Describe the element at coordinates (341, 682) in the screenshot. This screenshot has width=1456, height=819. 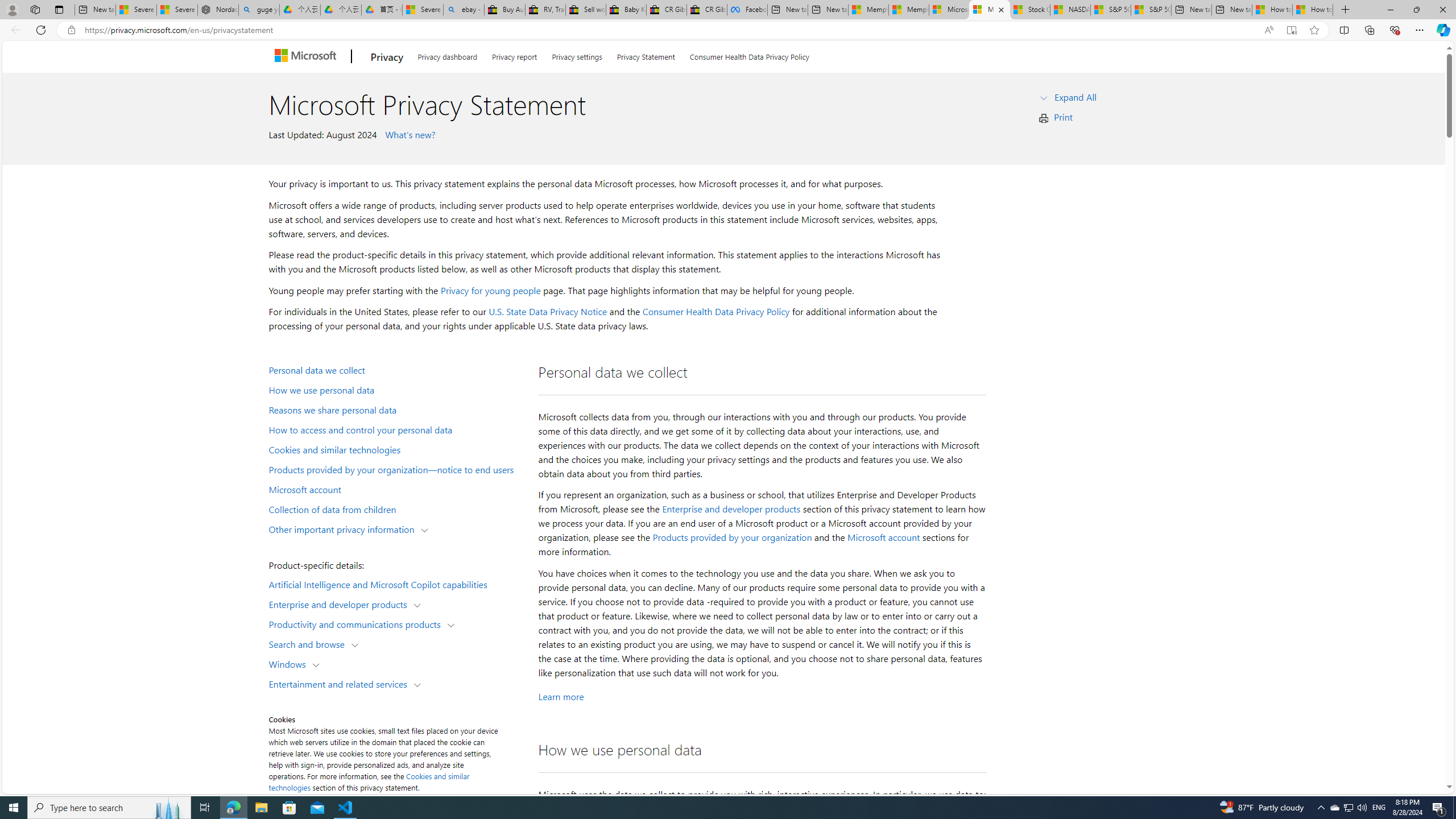
I see `'Entertainment and related services'` at that location.